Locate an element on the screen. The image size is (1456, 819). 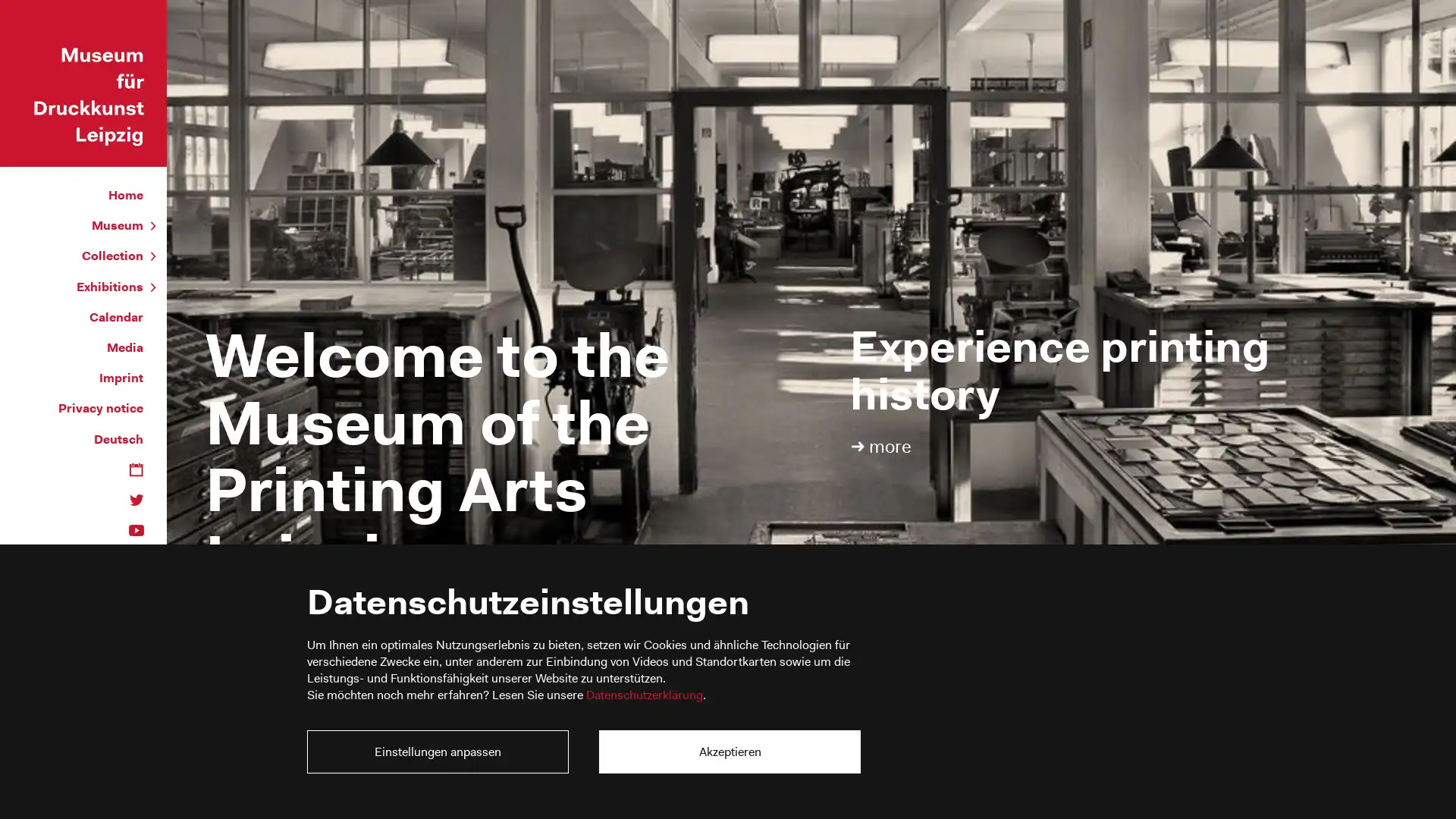
Akzeptieren is located at coordinates (730, 752).